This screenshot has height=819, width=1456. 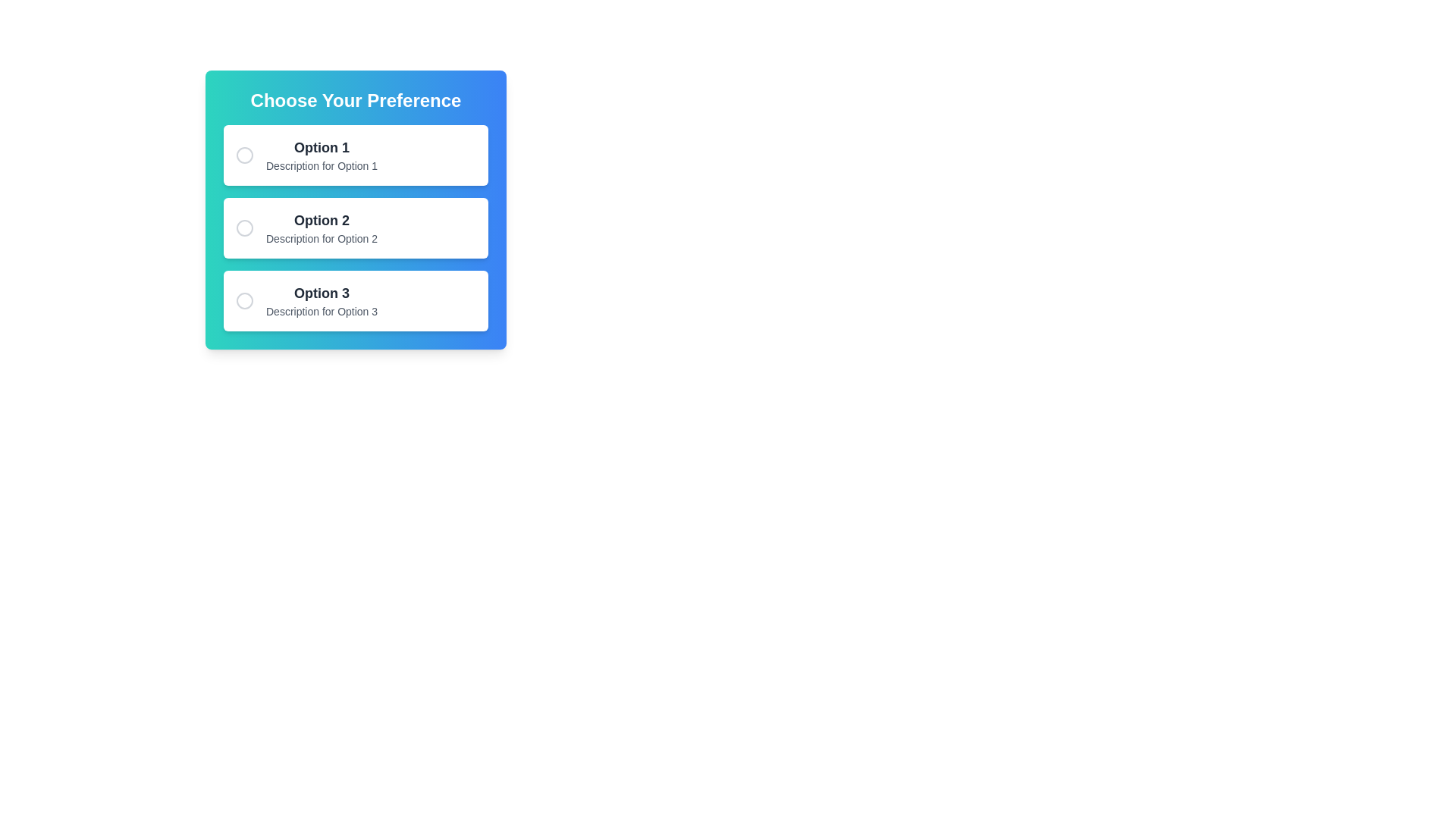 I want to click on the descriptive text element providing additional information for 'Option 1', which is located below the 'Option 1' title in the upper portion of the options list, so click(x=321, y=166).